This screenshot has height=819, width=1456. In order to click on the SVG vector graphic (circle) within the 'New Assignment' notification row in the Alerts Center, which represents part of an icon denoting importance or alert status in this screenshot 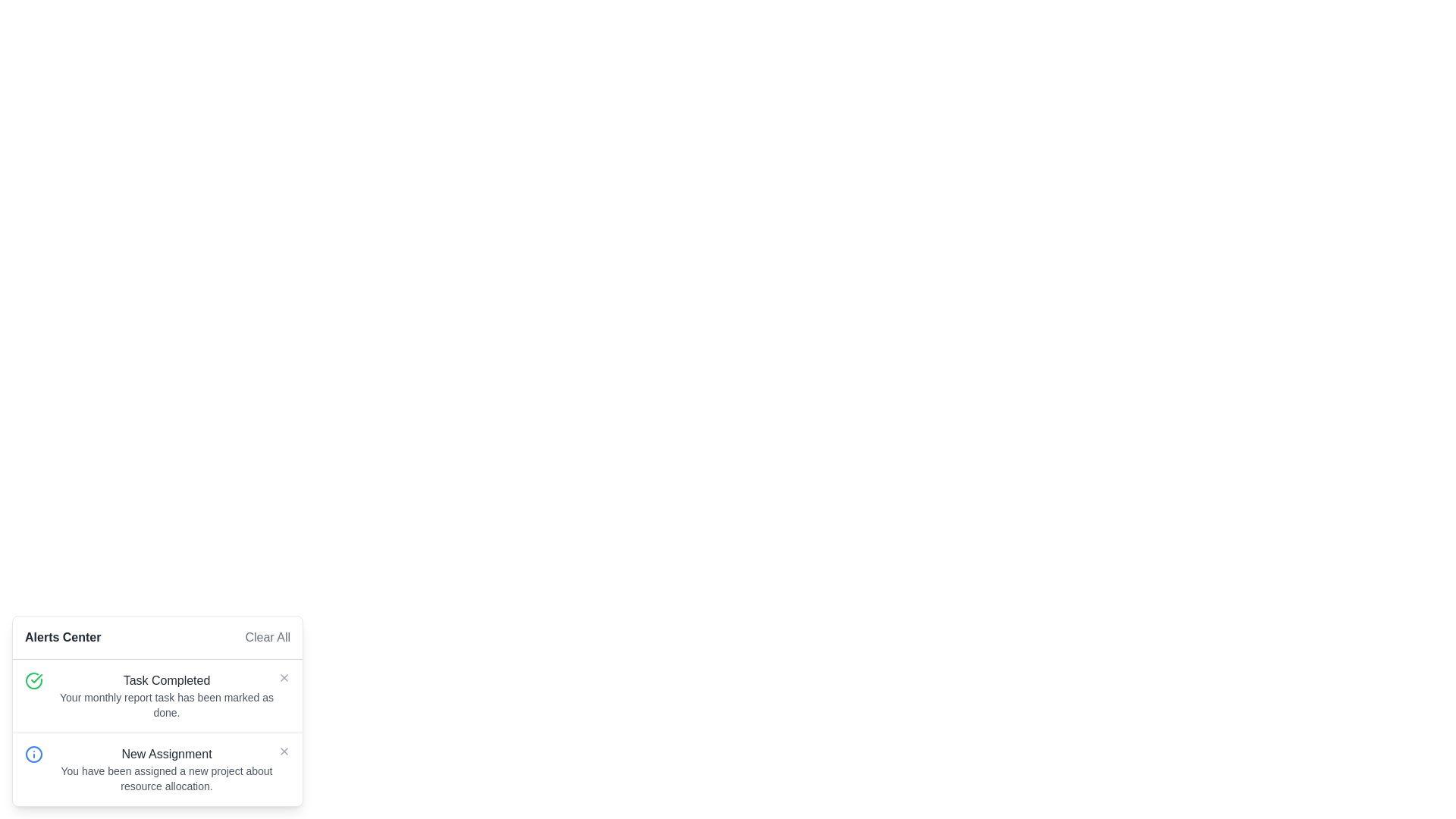, I will do `click(33, 755)`.